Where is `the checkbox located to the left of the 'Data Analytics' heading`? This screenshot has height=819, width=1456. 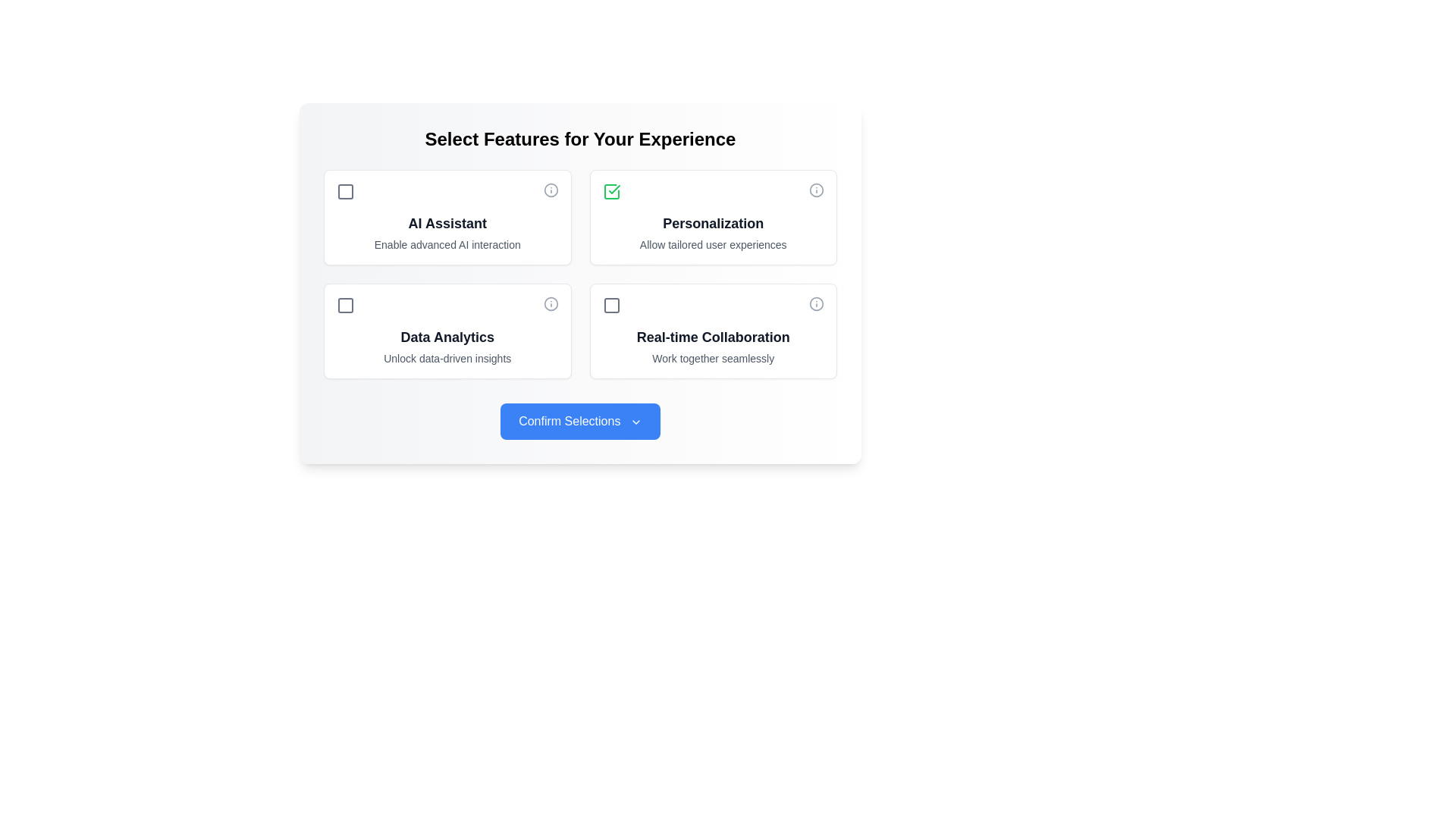
the checkbox located to the left of the 'Data Analytics' heading is located at coordinates (345, 305).